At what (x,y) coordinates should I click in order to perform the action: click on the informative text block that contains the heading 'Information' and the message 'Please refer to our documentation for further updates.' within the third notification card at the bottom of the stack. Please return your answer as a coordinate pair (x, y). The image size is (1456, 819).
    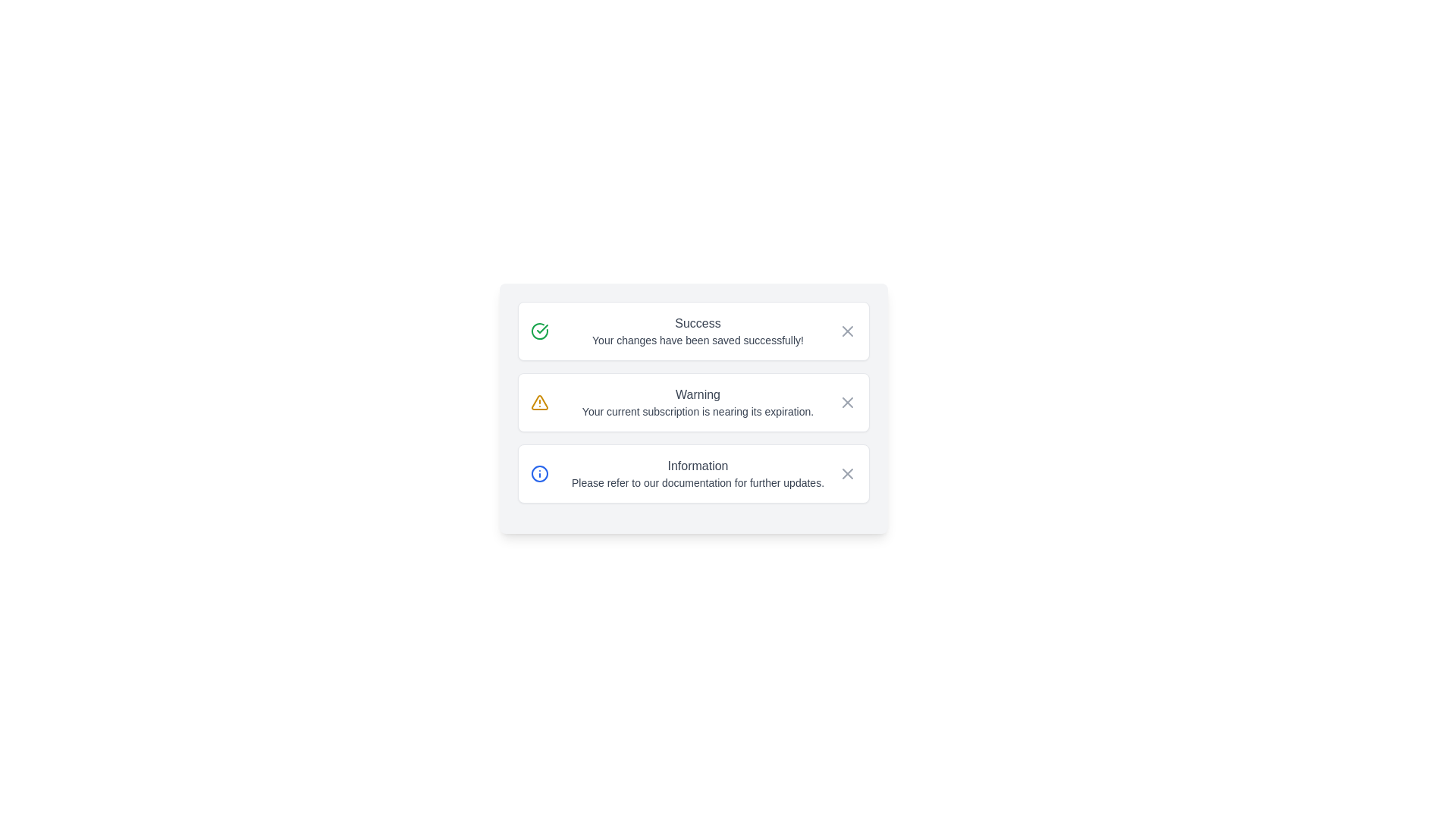
    Looking at the image, I should click on (697, 472).